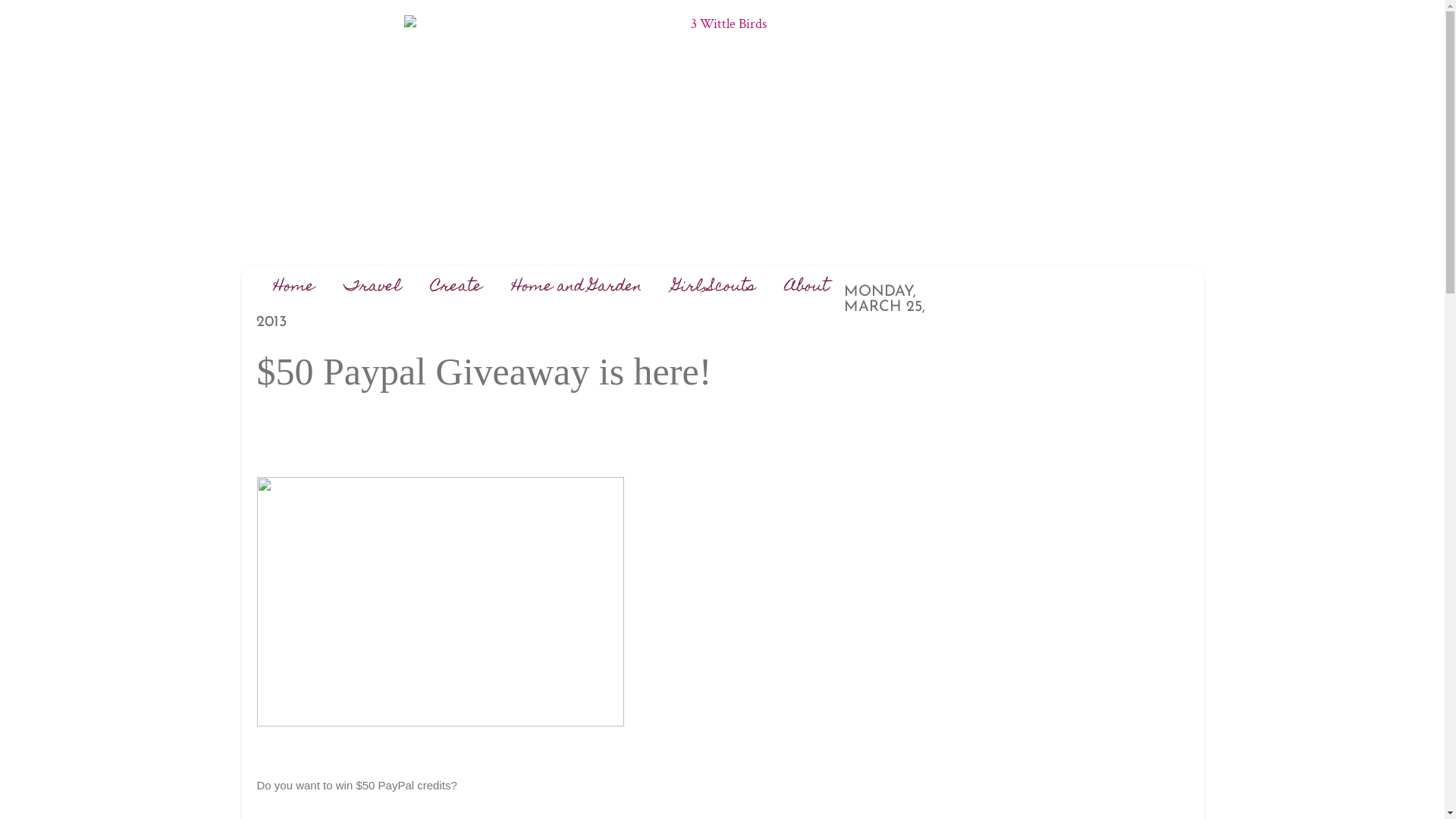  What do you see at coordinates (372, 287) in the screenshot?
I see `'Travel'` at bounding box center [372, 287].